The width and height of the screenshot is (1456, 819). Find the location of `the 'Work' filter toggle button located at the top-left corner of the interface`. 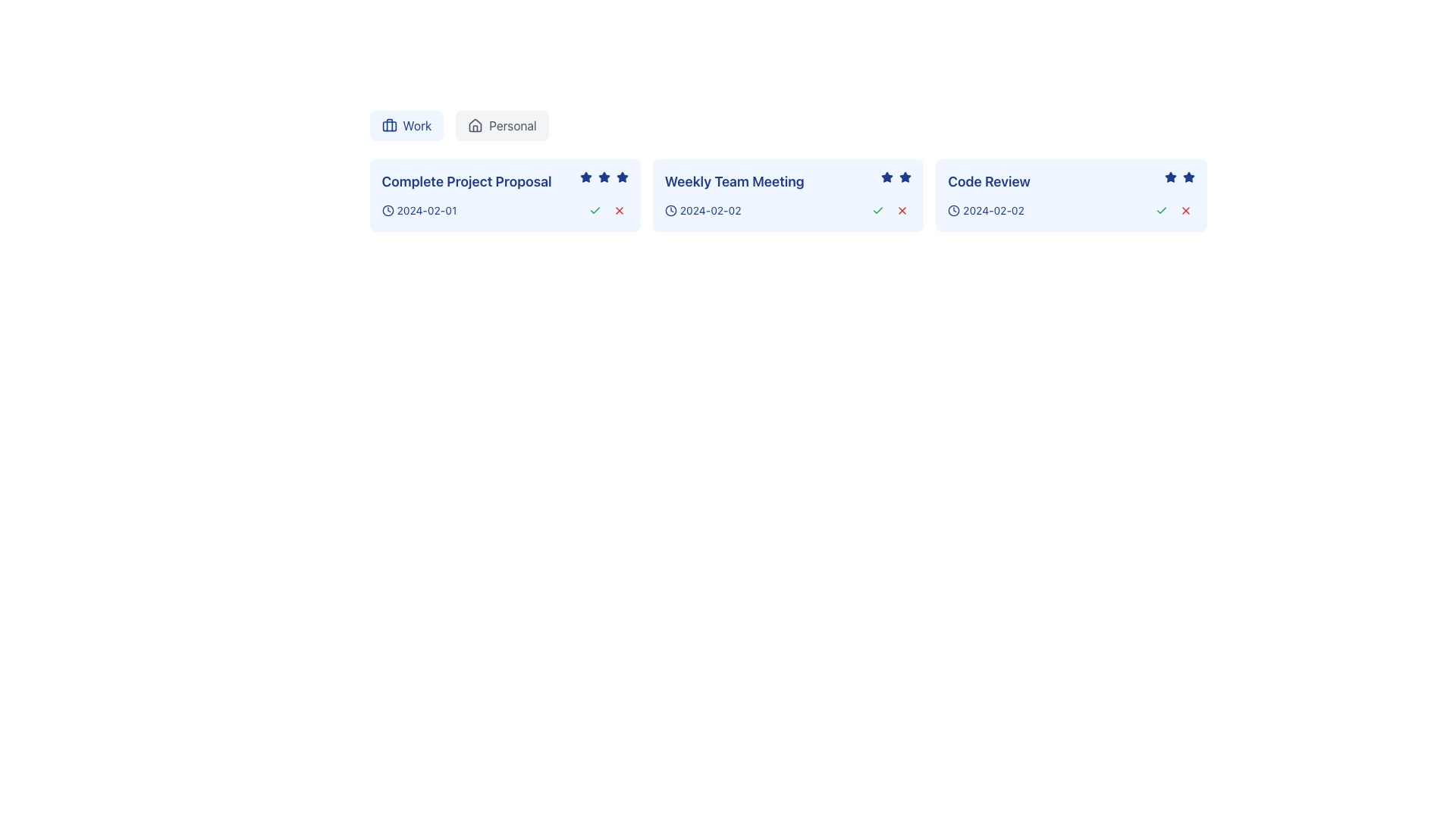

the 'Work' filter toggle button located at the top-left corner of the interface is located at coordinates (406, 124).